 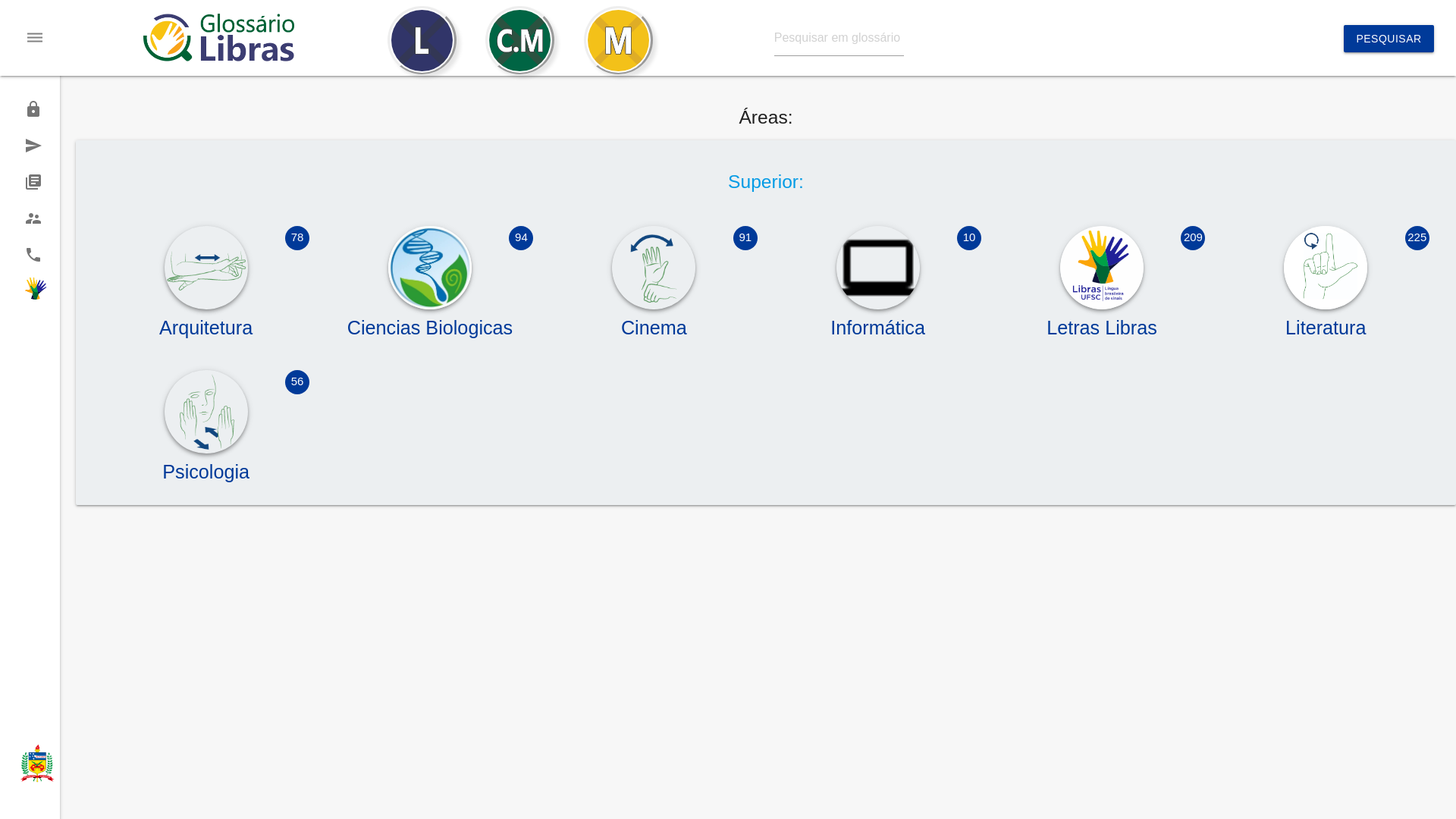 What do you see at coordinates (1325, 320) in the screenshot?
I see `'225` at bounding box center [1325, 320].